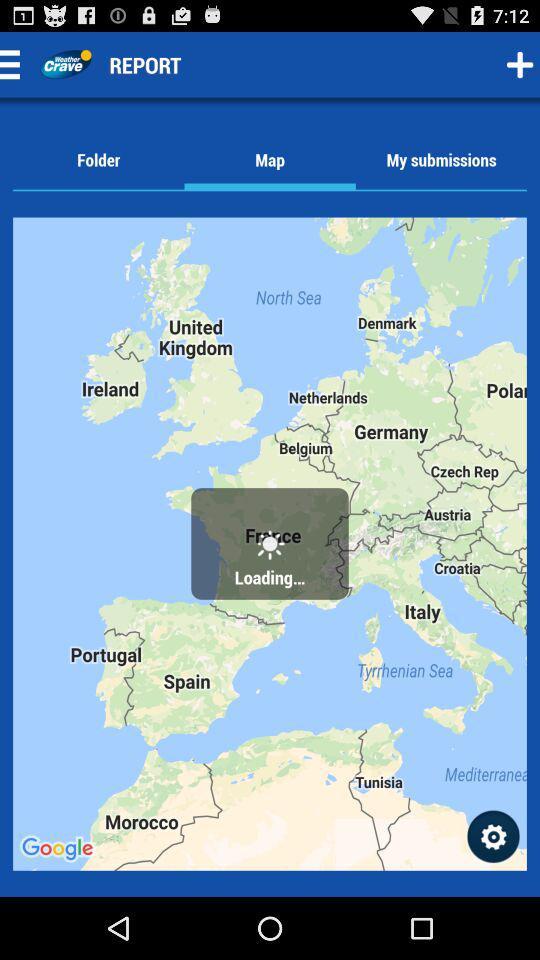  Describe the element at coordinates (492, 895) in the screenshot. I see `the settings icon` at that location.